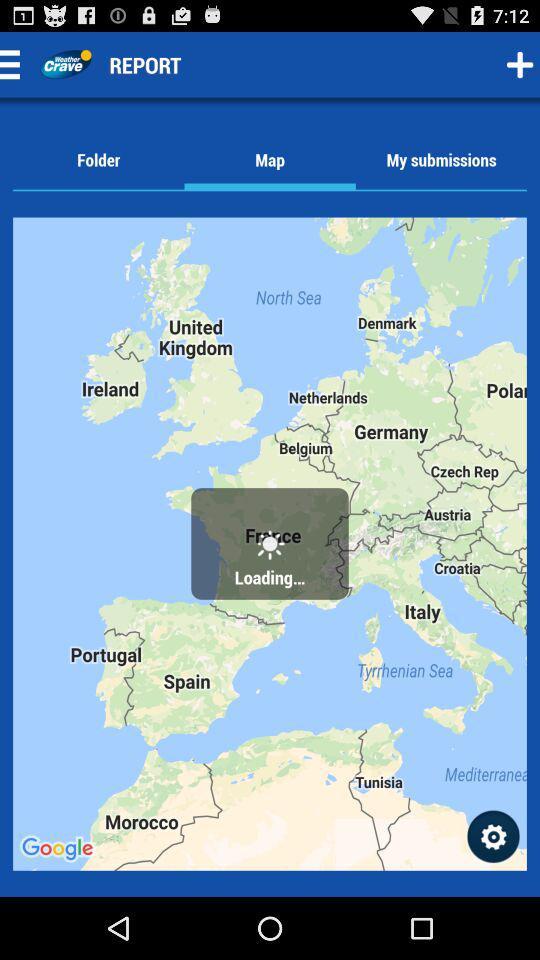  Describe the element at coordinates (492, 895) in the screenshot. I see `the settings icon` at that location.